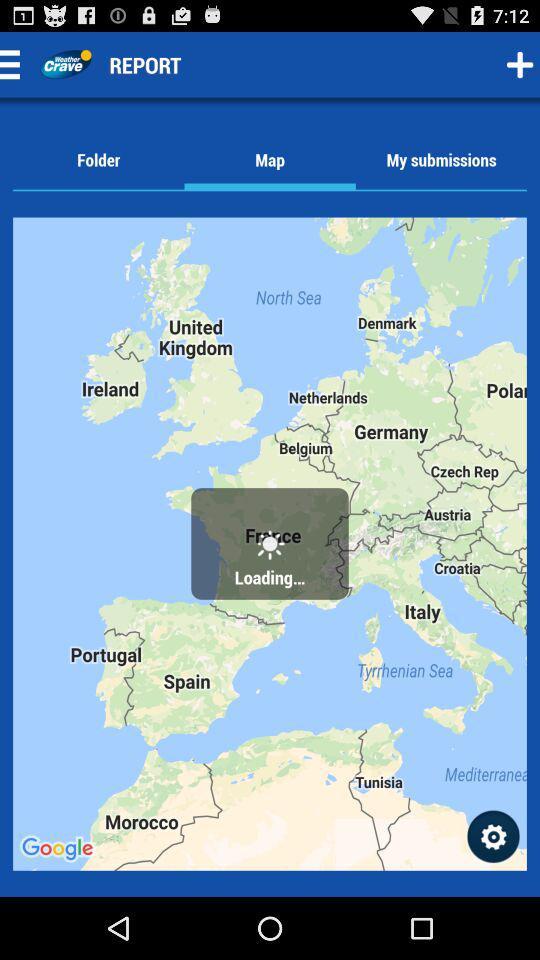  Describe the element at coordinates (492, 895) in the screenshot. I see `the settings icon` at that location.